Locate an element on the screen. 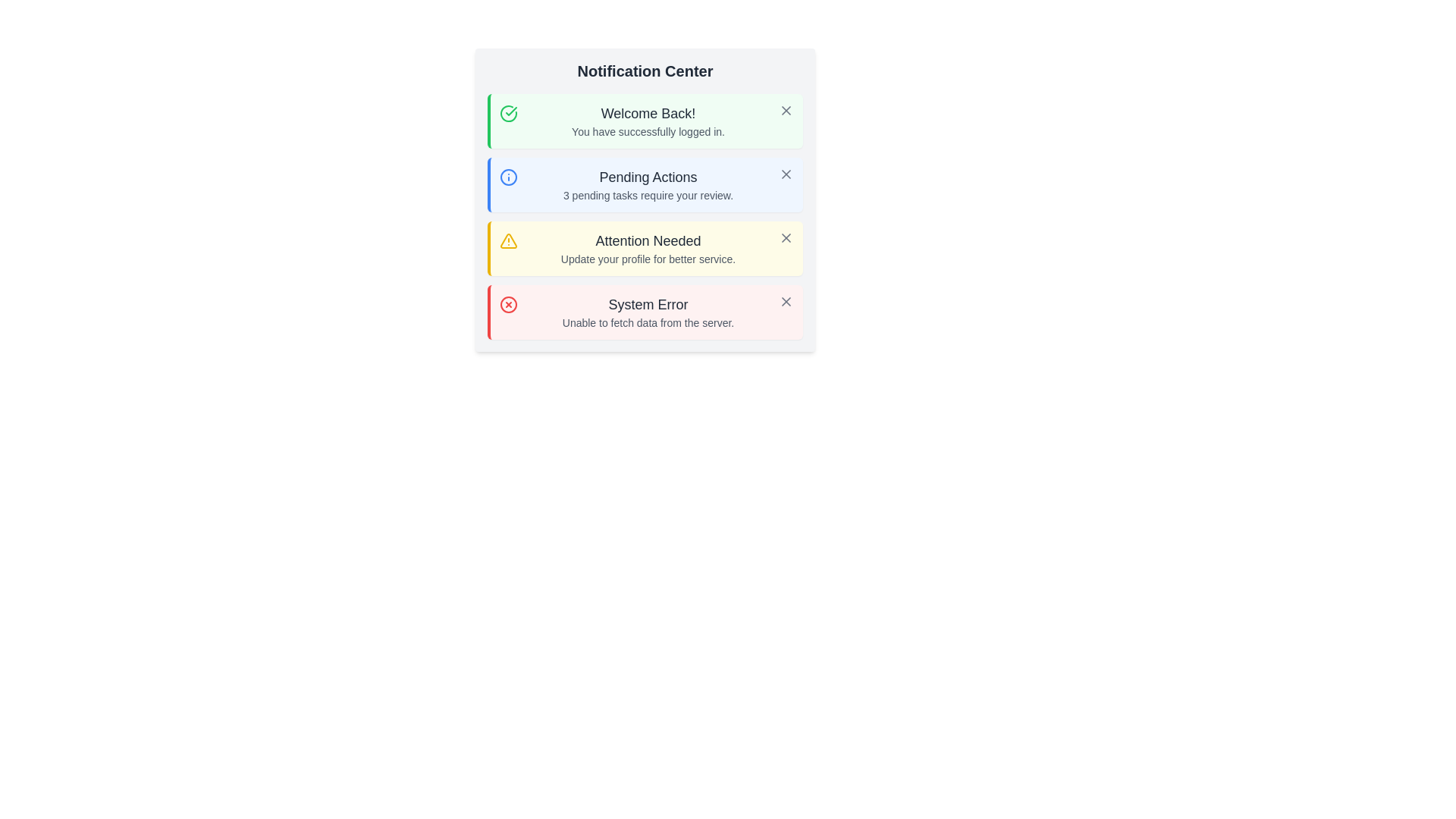 This screenshot has width=1456, height=819. the close button located at the far right of the 'System Error' notification is located at coordinates (786, 301).